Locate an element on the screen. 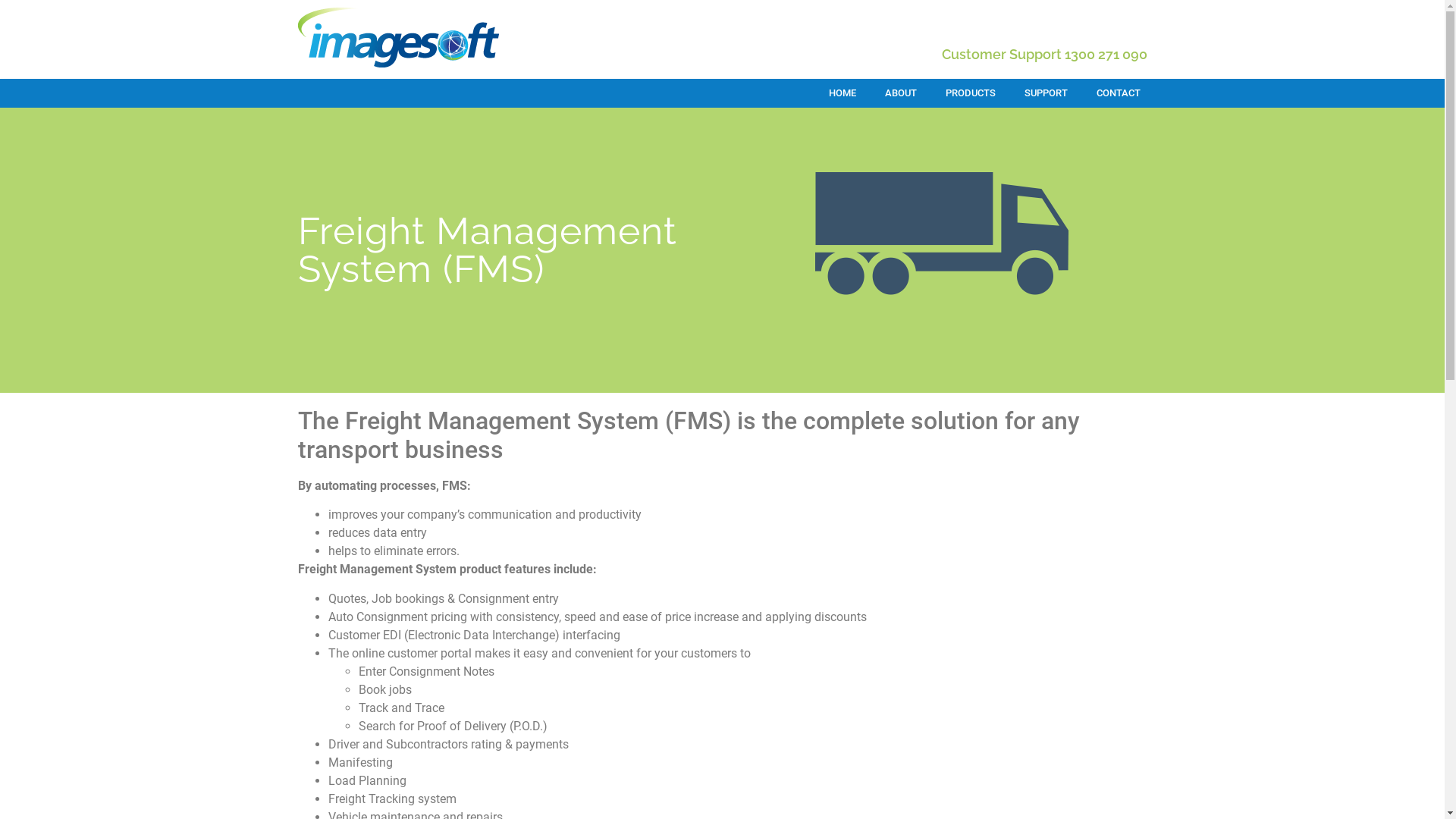 This screenshot has width=1456, height=819. 'CONTACT' is located at coordinates (1080, 93).